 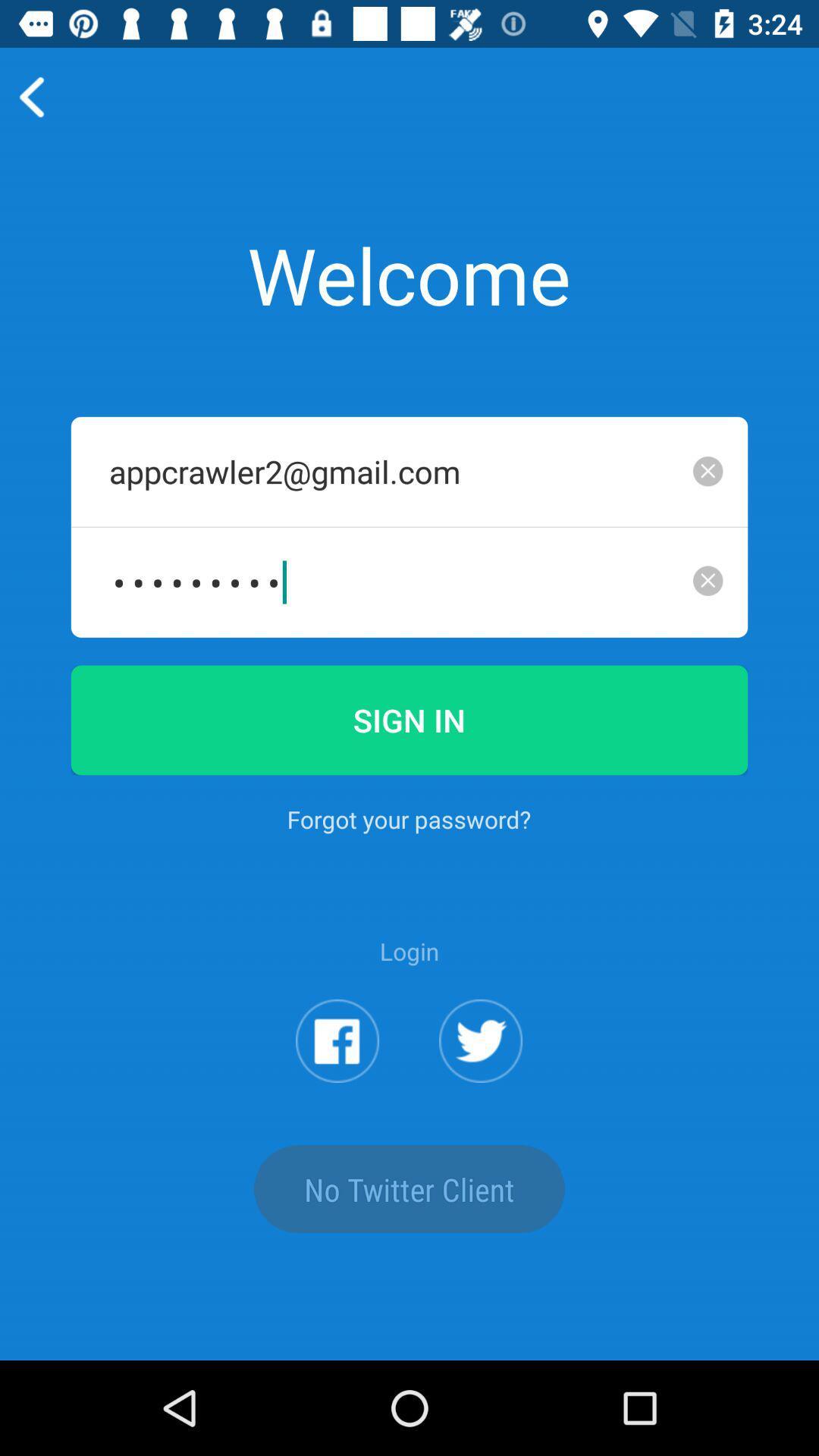 I want to click on click the close button to remove the password, so click(x=708, y=580).